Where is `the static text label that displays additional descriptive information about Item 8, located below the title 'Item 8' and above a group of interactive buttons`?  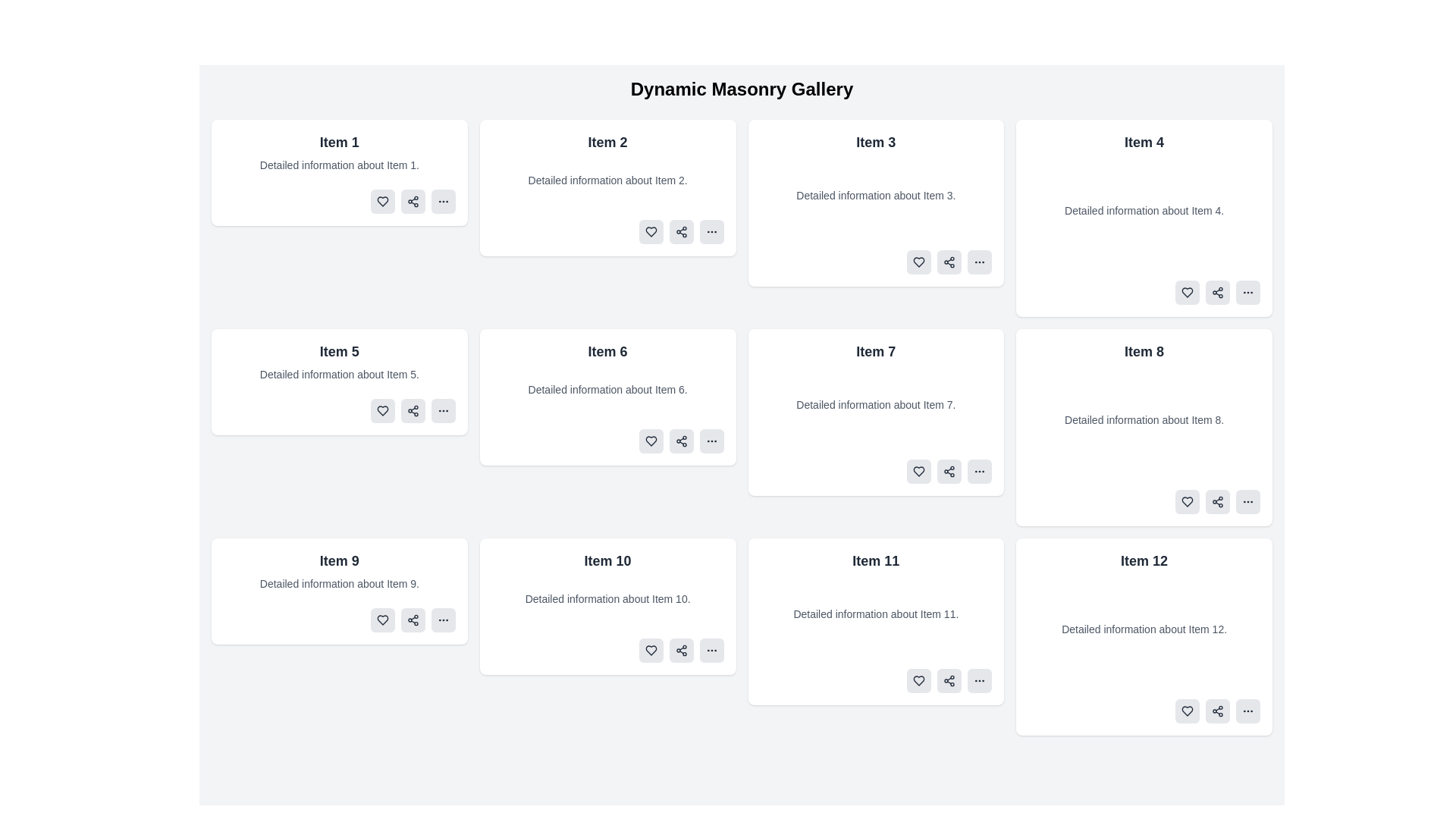
the static text label that displays additional descriptive information about Item 8, located below the title 'Item 8' and above a group of interactive buttons is located at coordinates (1144, 420).